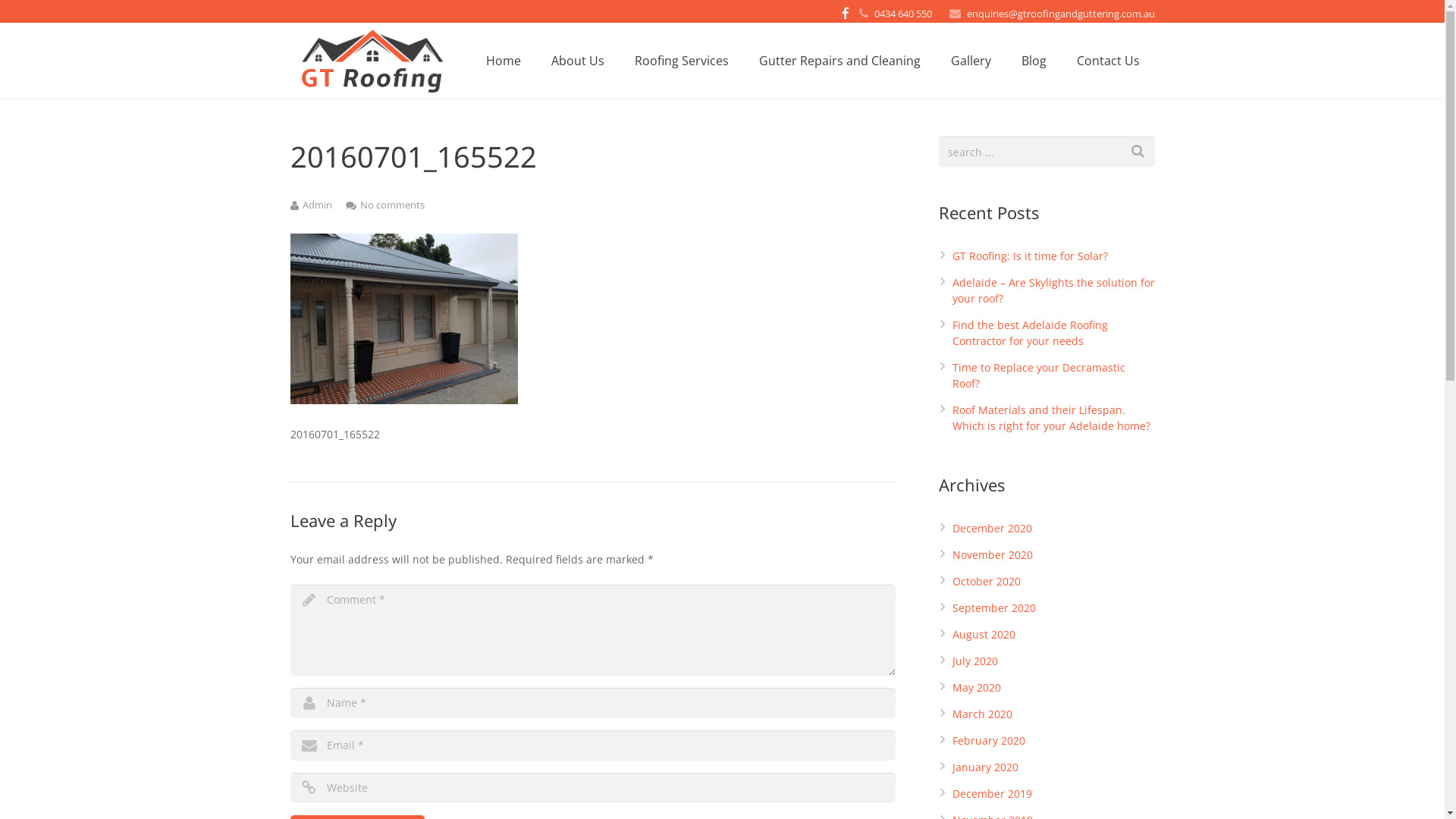 This screenshot has height=819, width=1456. I want to click on 'December 2020', so click(992, 527).